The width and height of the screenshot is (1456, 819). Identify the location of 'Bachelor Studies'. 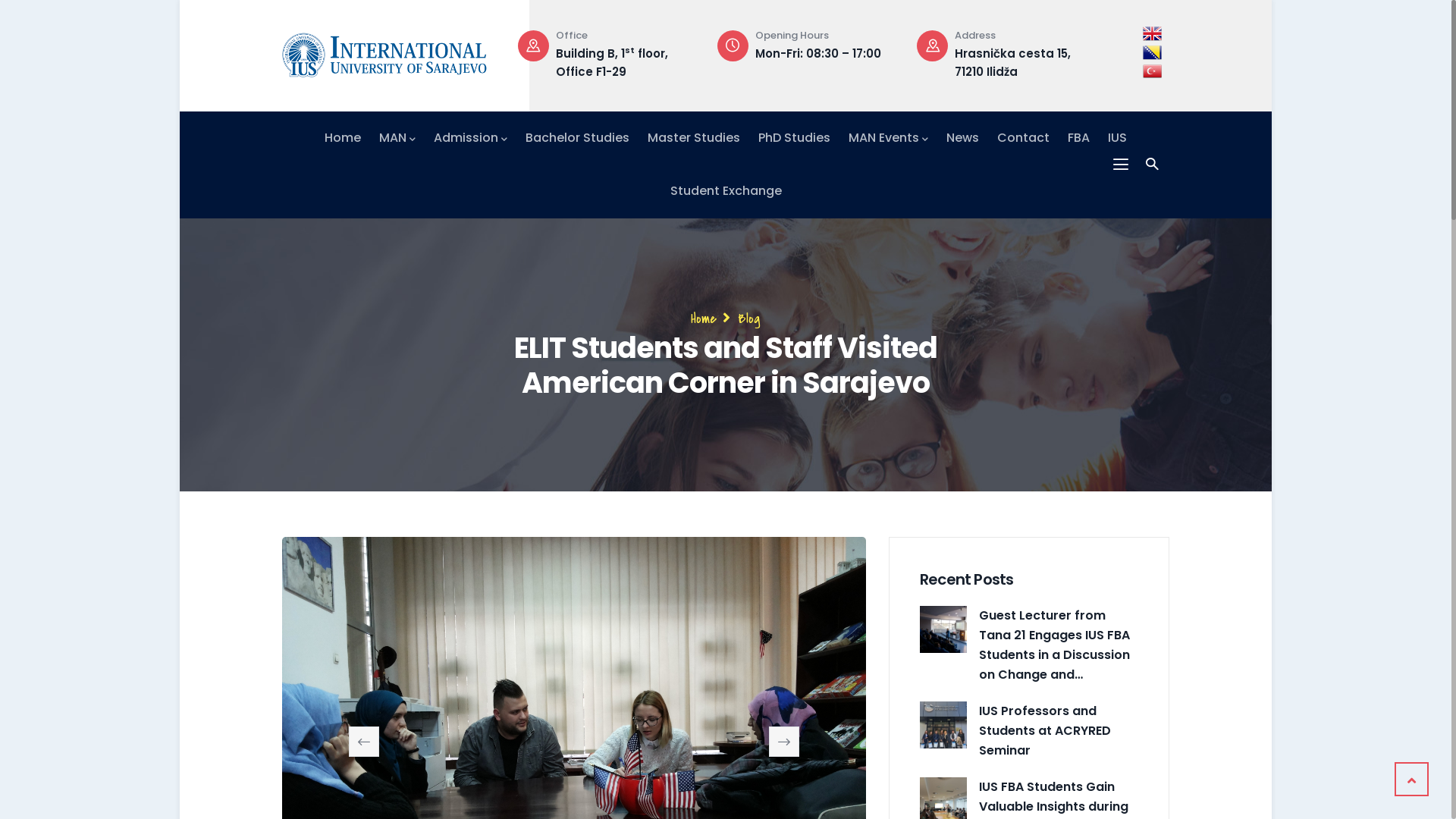
(576, 137).